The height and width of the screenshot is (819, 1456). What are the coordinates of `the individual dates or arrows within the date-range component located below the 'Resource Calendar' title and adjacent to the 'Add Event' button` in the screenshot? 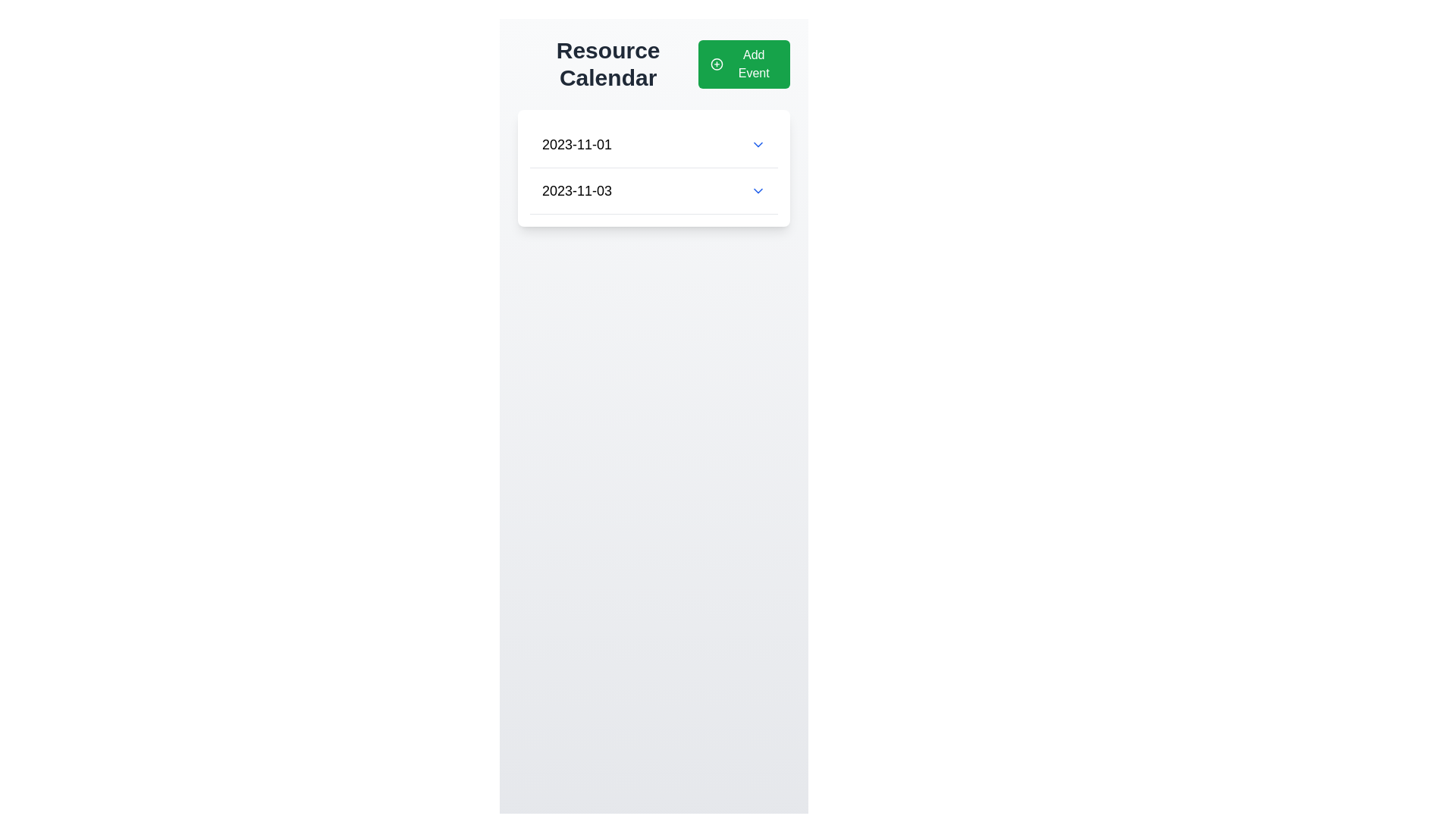 It's located at (654, 168).